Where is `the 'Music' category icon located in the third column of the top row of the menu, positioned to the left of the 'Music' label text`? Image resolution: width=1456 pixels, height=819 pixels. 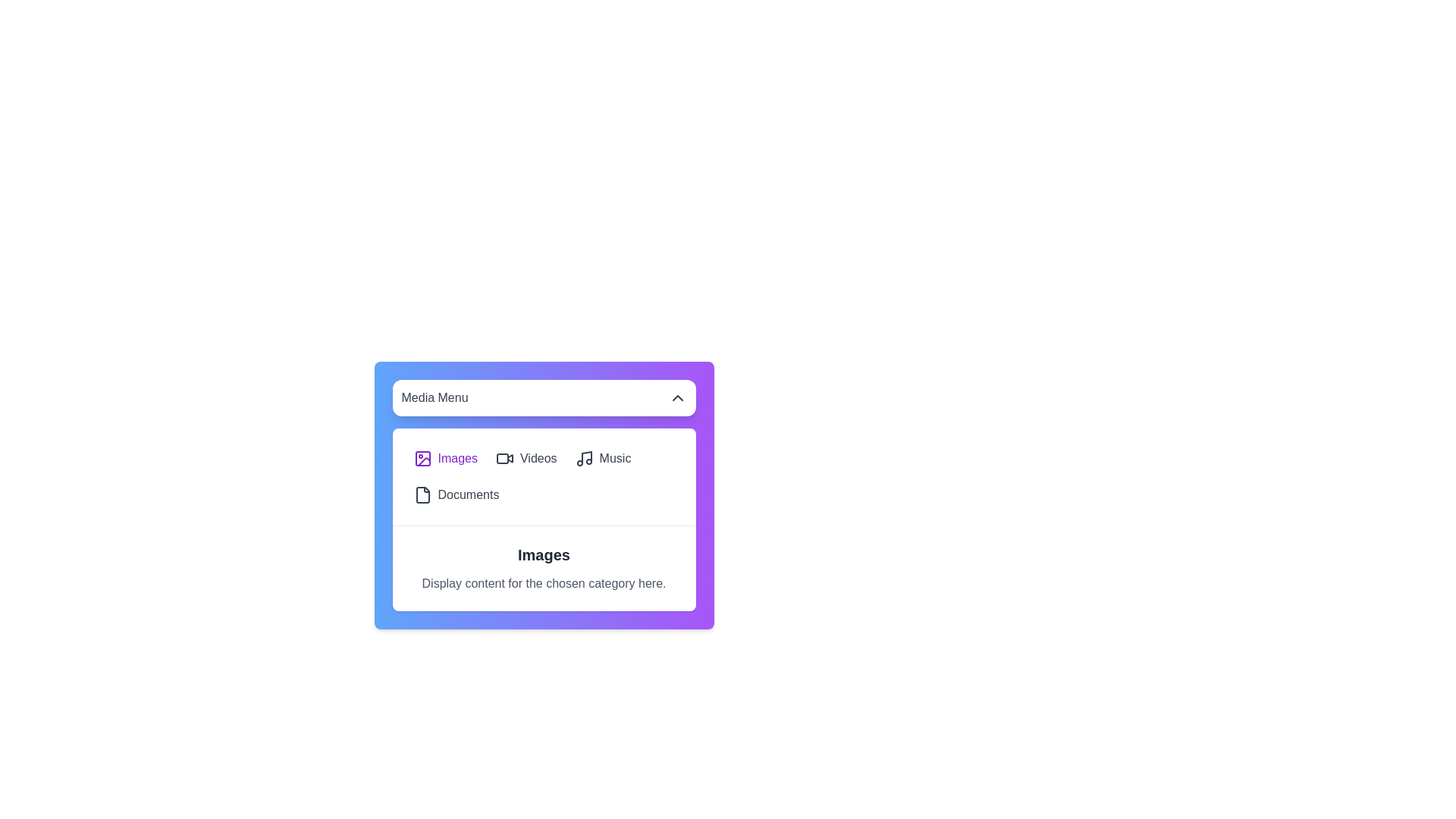 the 'Music' category icon located in the third column of the top row of the menu, positioned to the left of the 'Music' label text is located at coordinates (583, 458).